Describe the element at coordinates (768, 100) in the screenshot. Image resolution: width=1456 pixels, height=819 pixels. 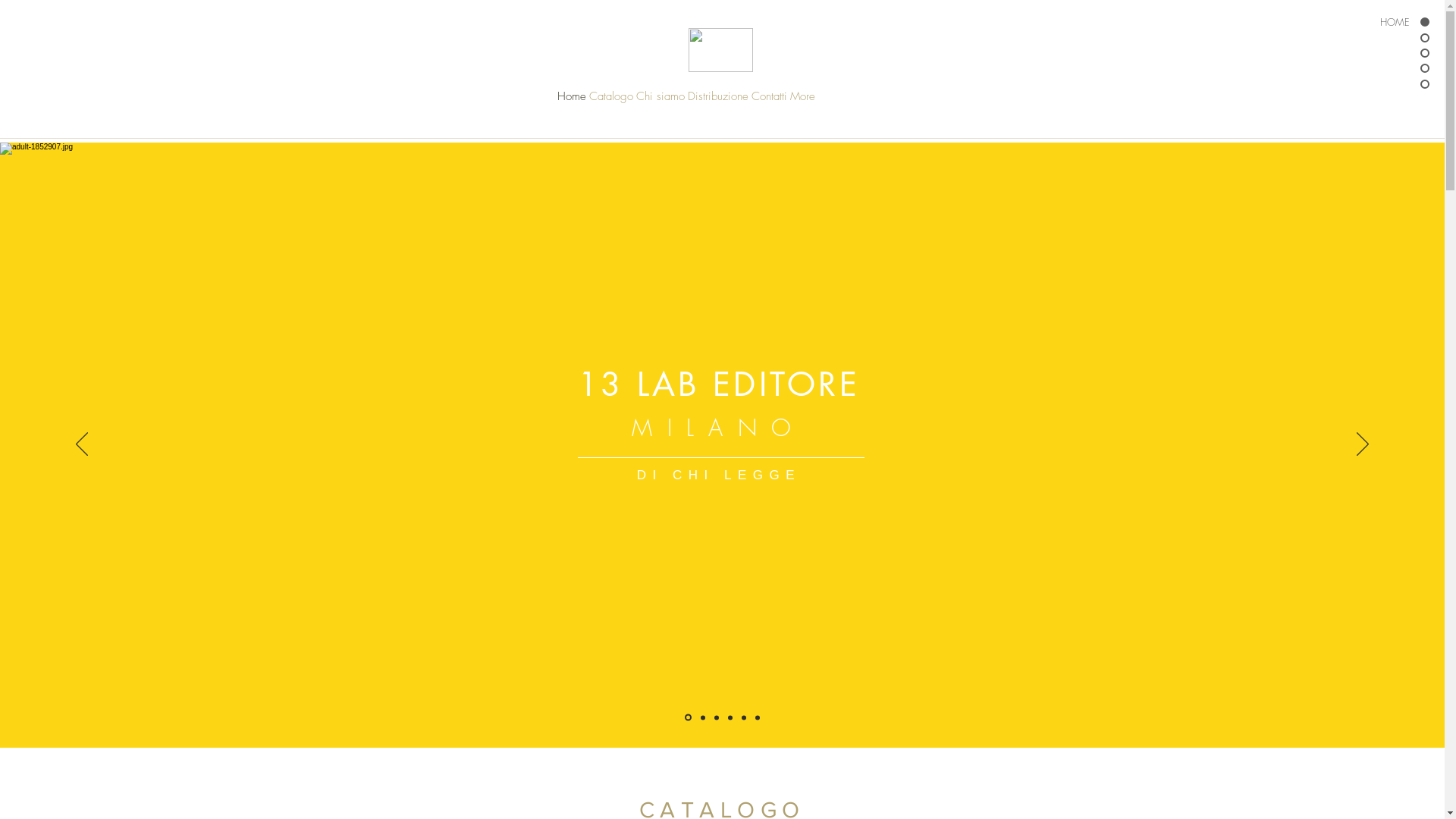
I see `'Contatti'` at that location.